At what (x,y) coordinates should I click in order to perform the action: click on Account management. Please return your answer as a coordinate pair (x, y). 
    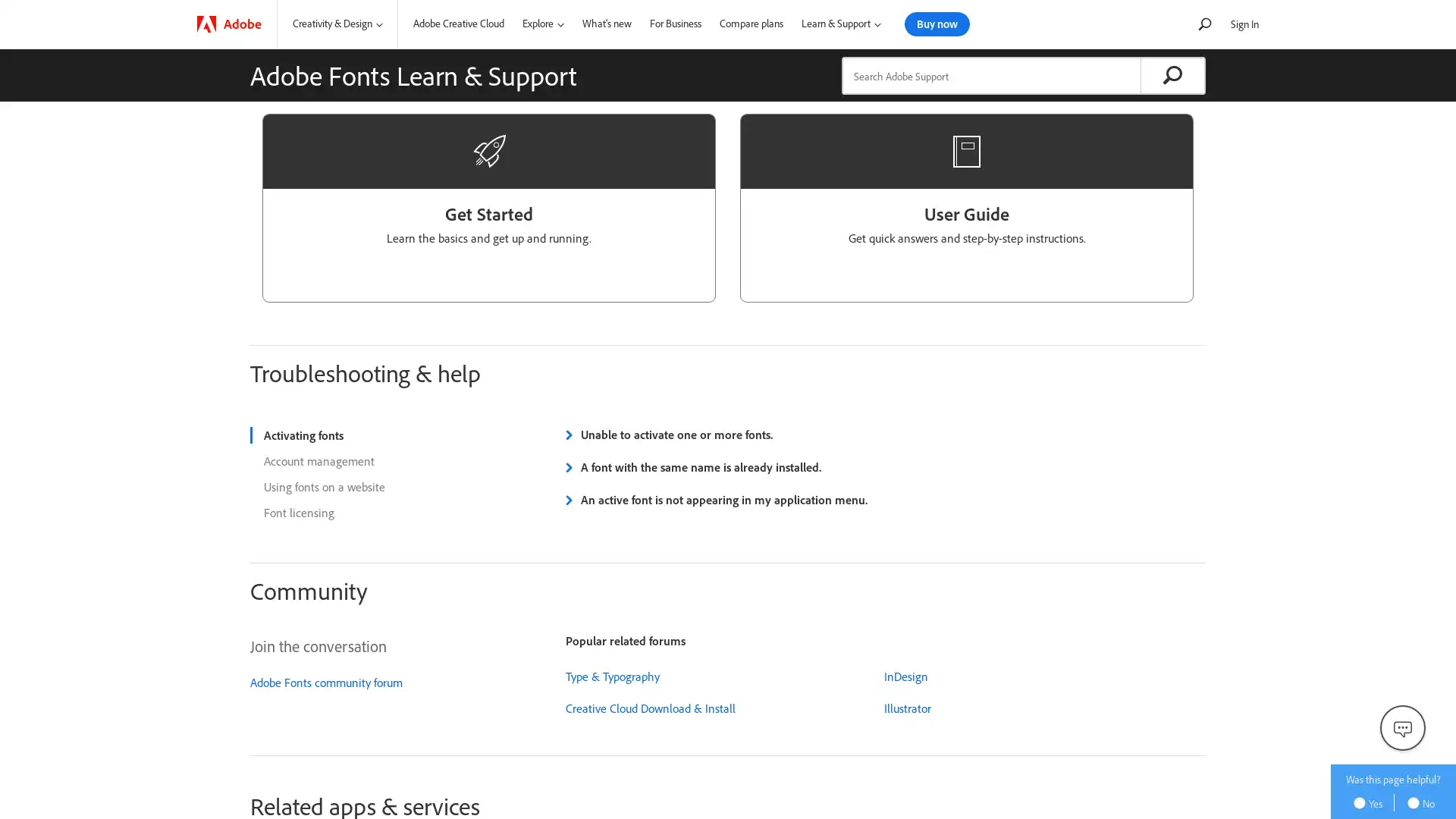
    Looking at the image, I should click on (378, 460).